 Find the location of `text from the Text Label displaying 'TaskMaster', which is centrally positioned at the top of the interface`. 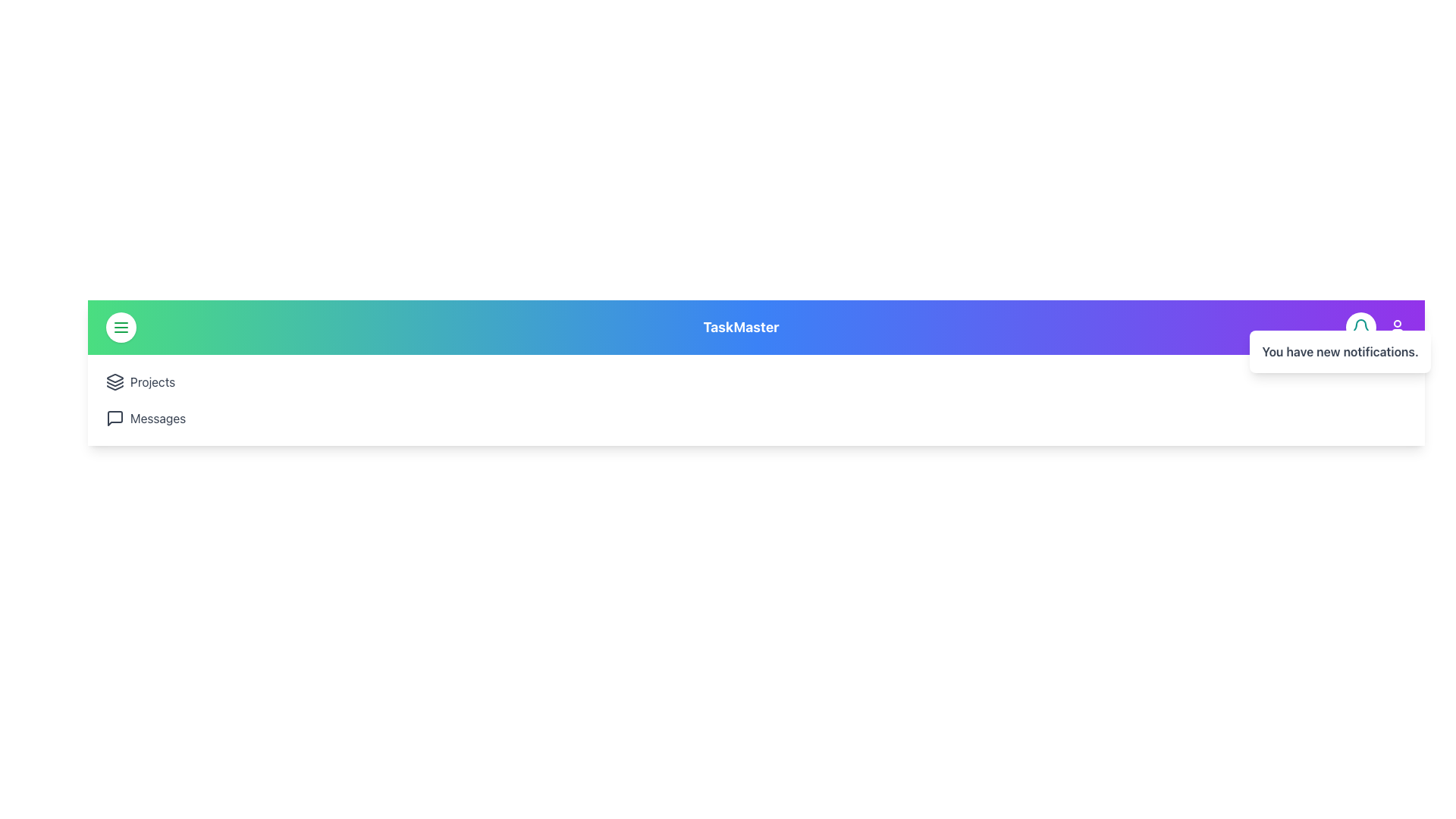

text from the Text Label displaying 'TaskMaster', which is centrally positioned at the top of the interface is located at coordinates (756, 327).